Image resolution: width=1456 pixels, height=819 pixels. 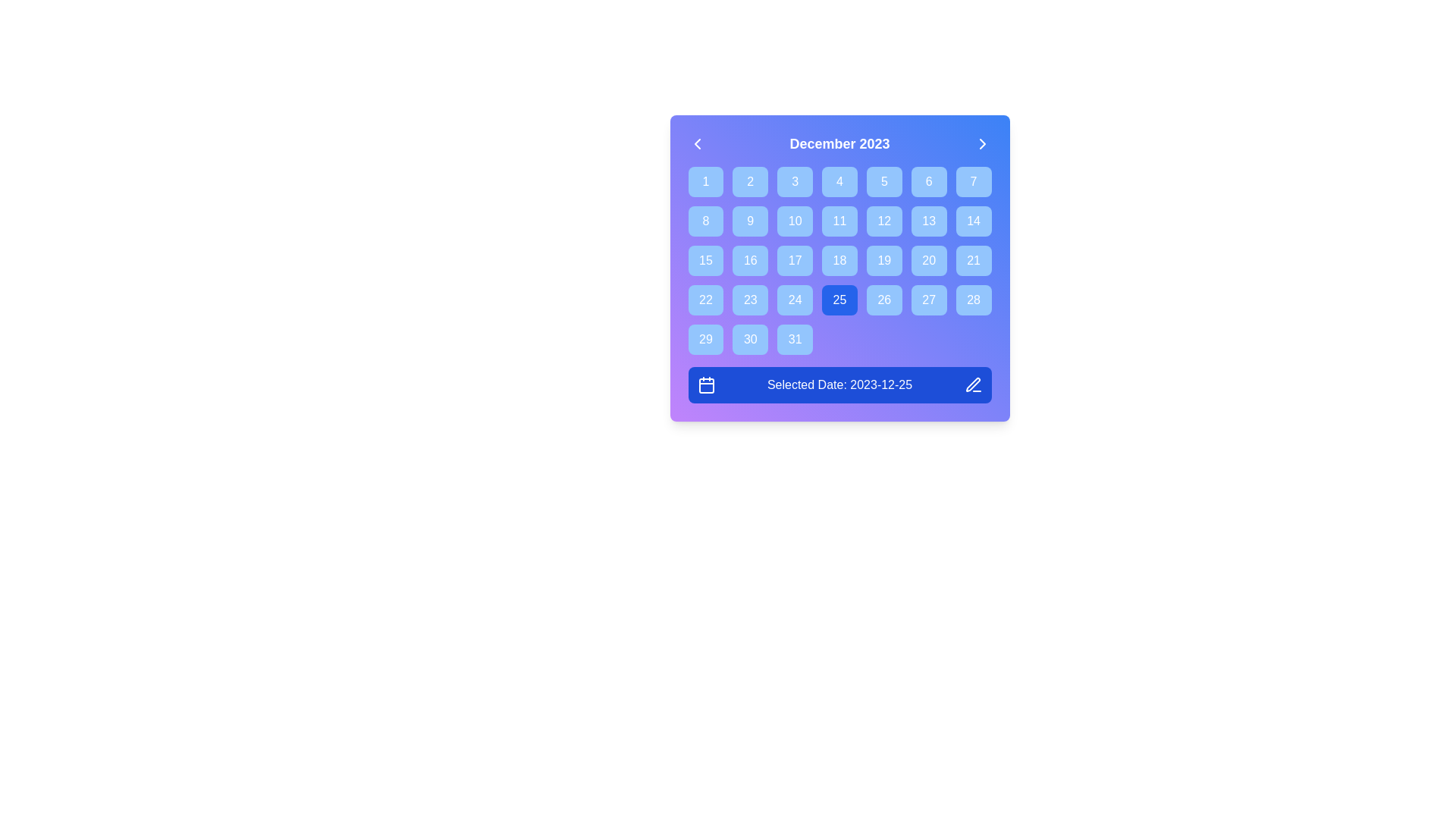 I want to click on the selectable day button for December 25, 2023, in the calendar component, so click(x=839, y=300).